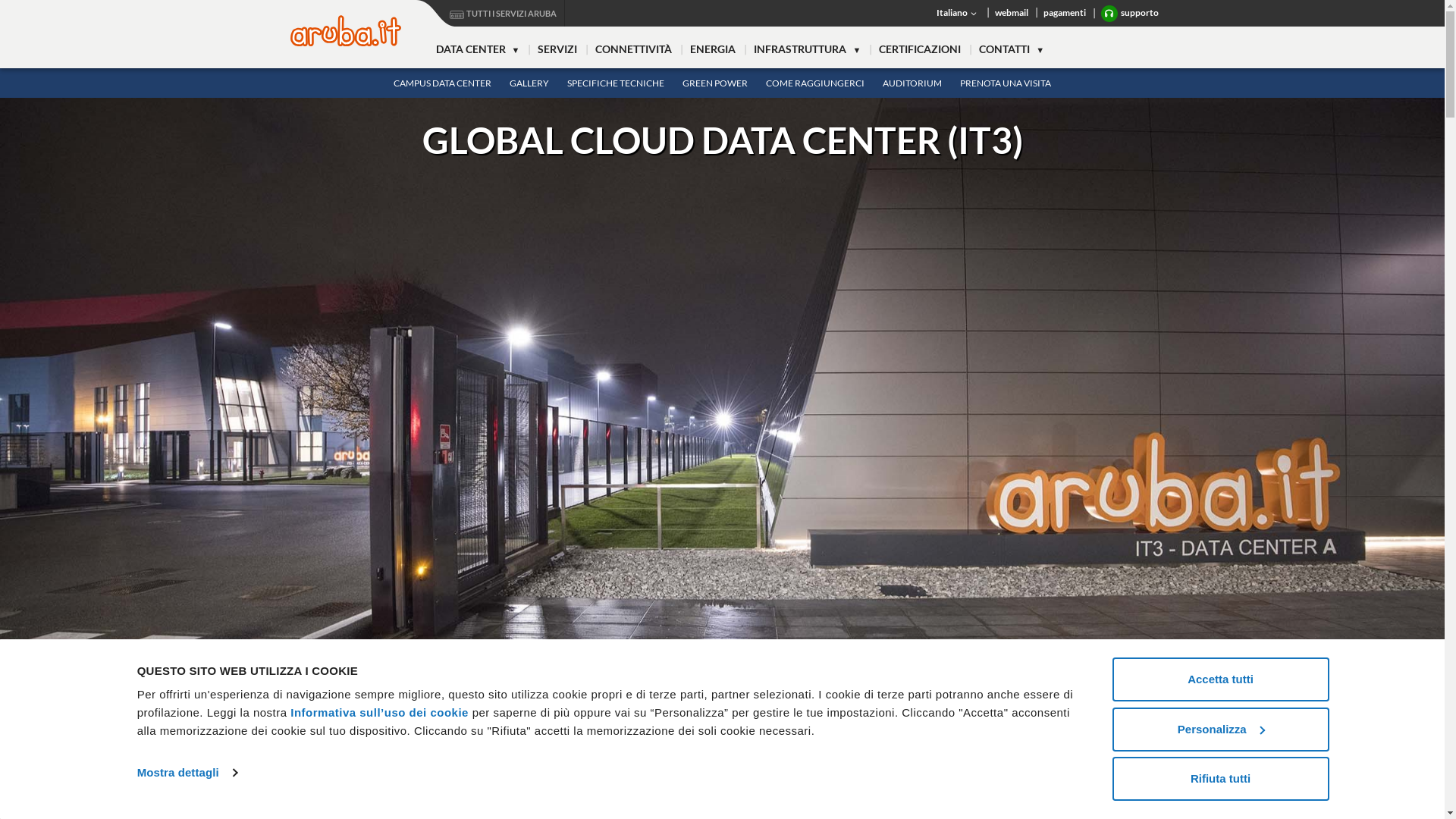  I want to click on 'PRENOTA UNA VISITA', so click(1005, 83).